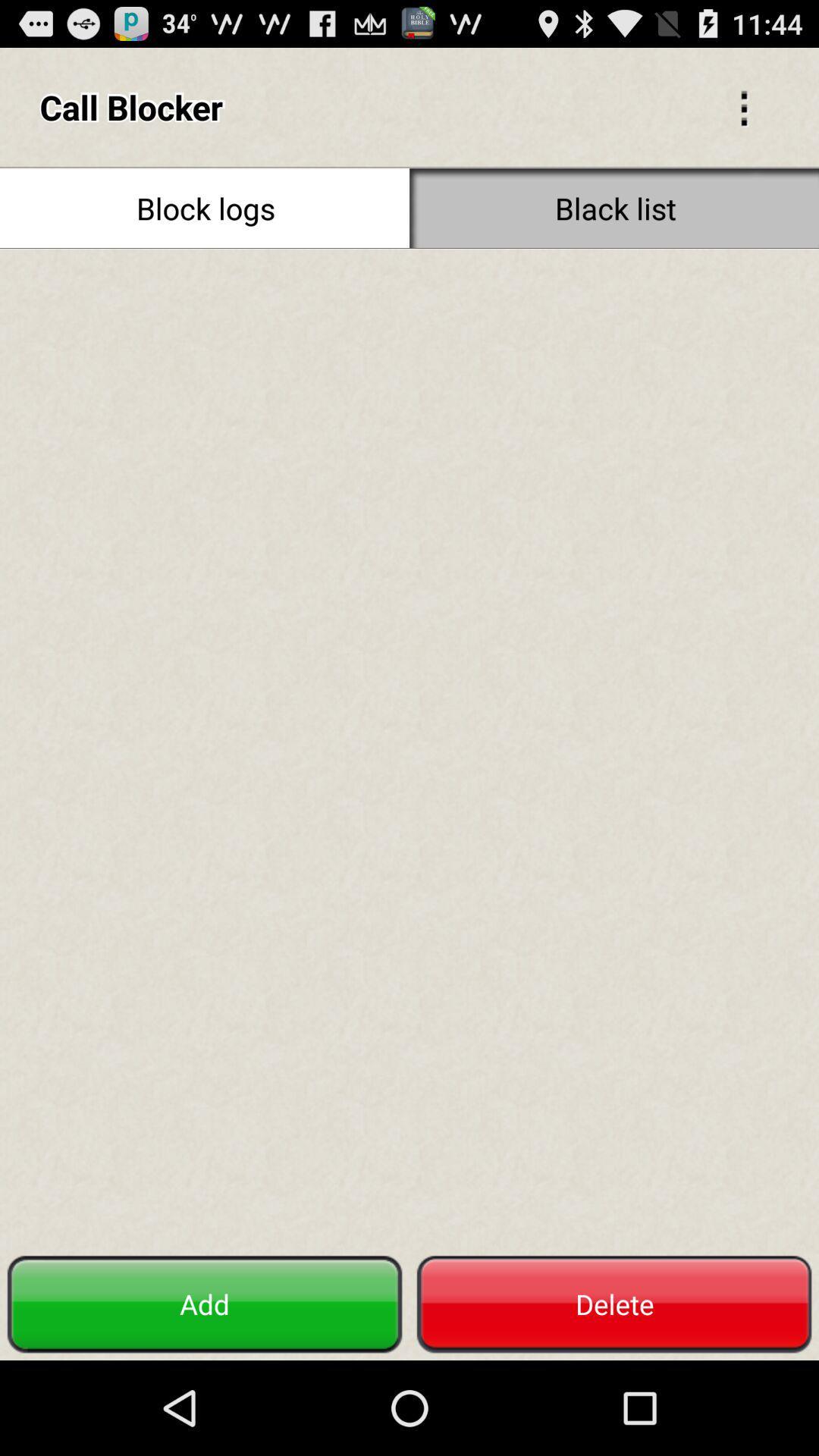 The height and width of the screenshot is (1456, 819). I want to click on the more icon, so click(743, 114).